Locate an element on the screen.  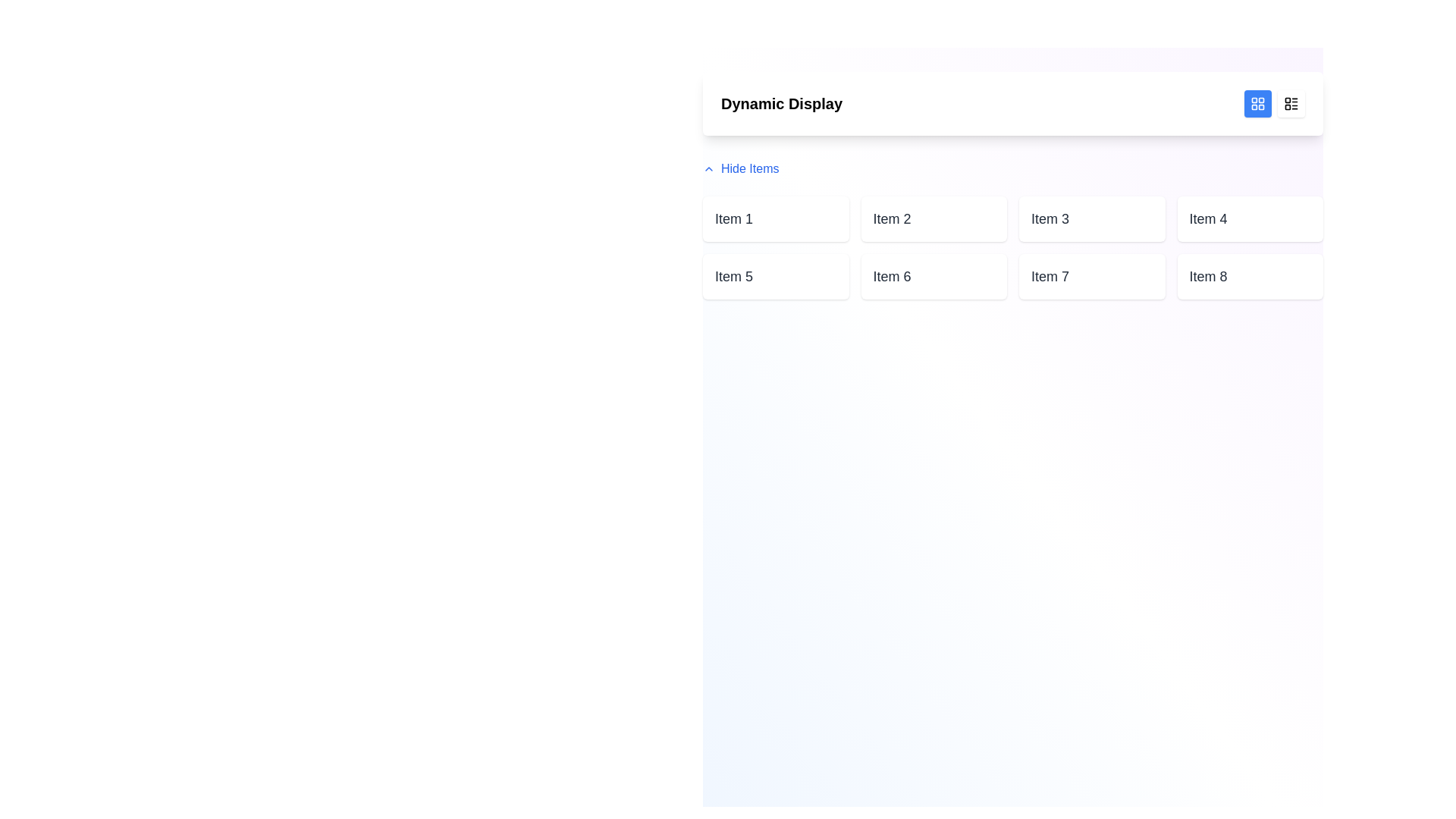
the bold text label reading 'Dynamic Display' located in the top left portion of its containing section is located at coordinates (782, 103).